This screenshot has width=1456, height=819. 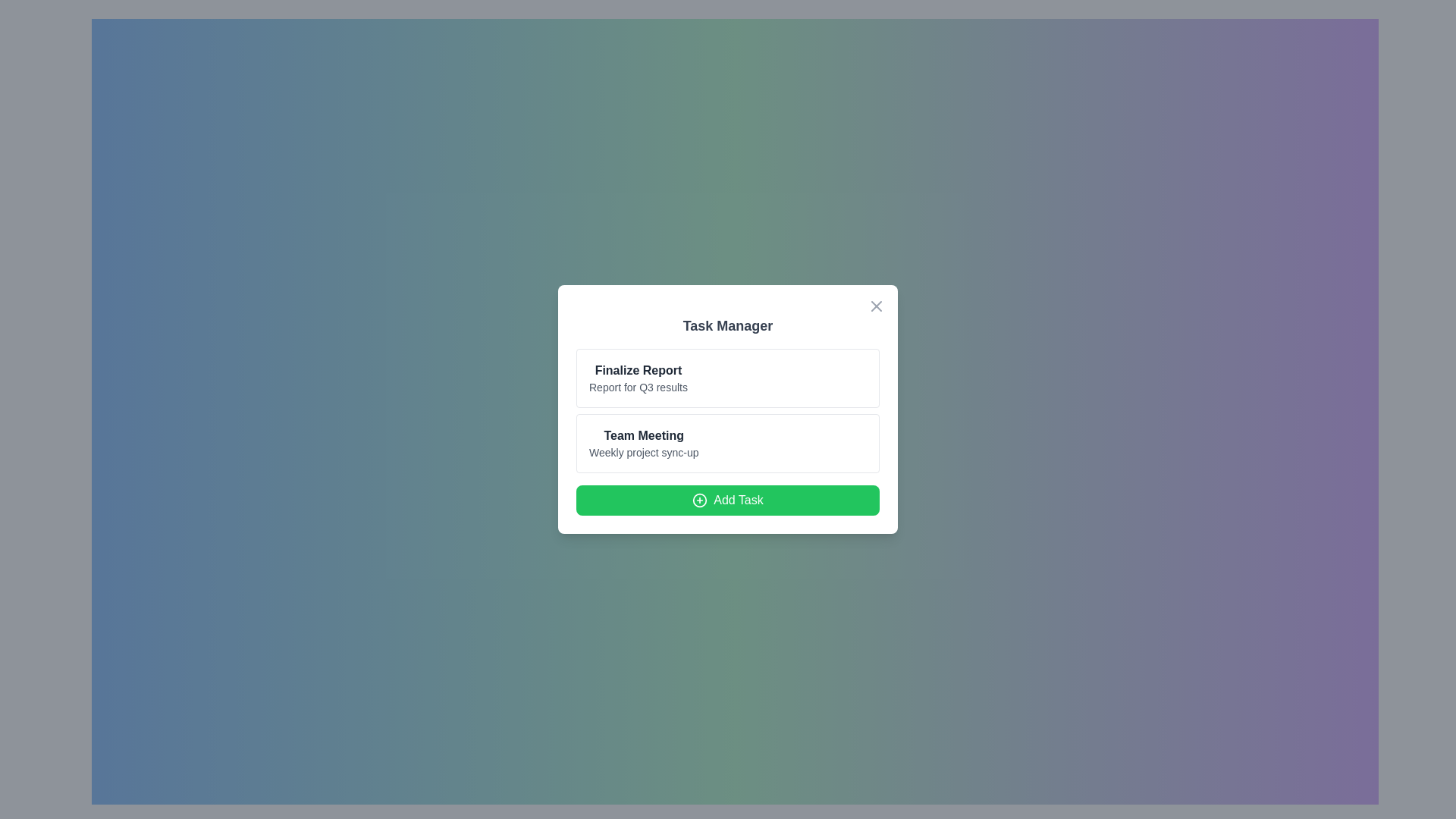 What do you see at coordinates (877, 306) in the screenshot?
I see `the close button with an icon located at the top-right corner of the 'Task Manager' card layout` at bounding box center [877, 306].